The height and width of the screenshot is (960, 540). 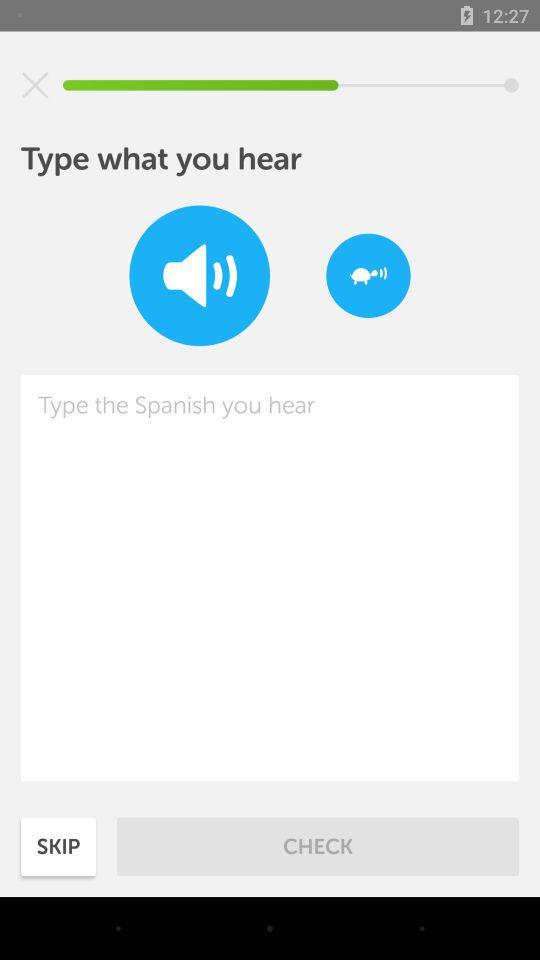 I want to click on words to transcribe, so click(x=270, y=578).